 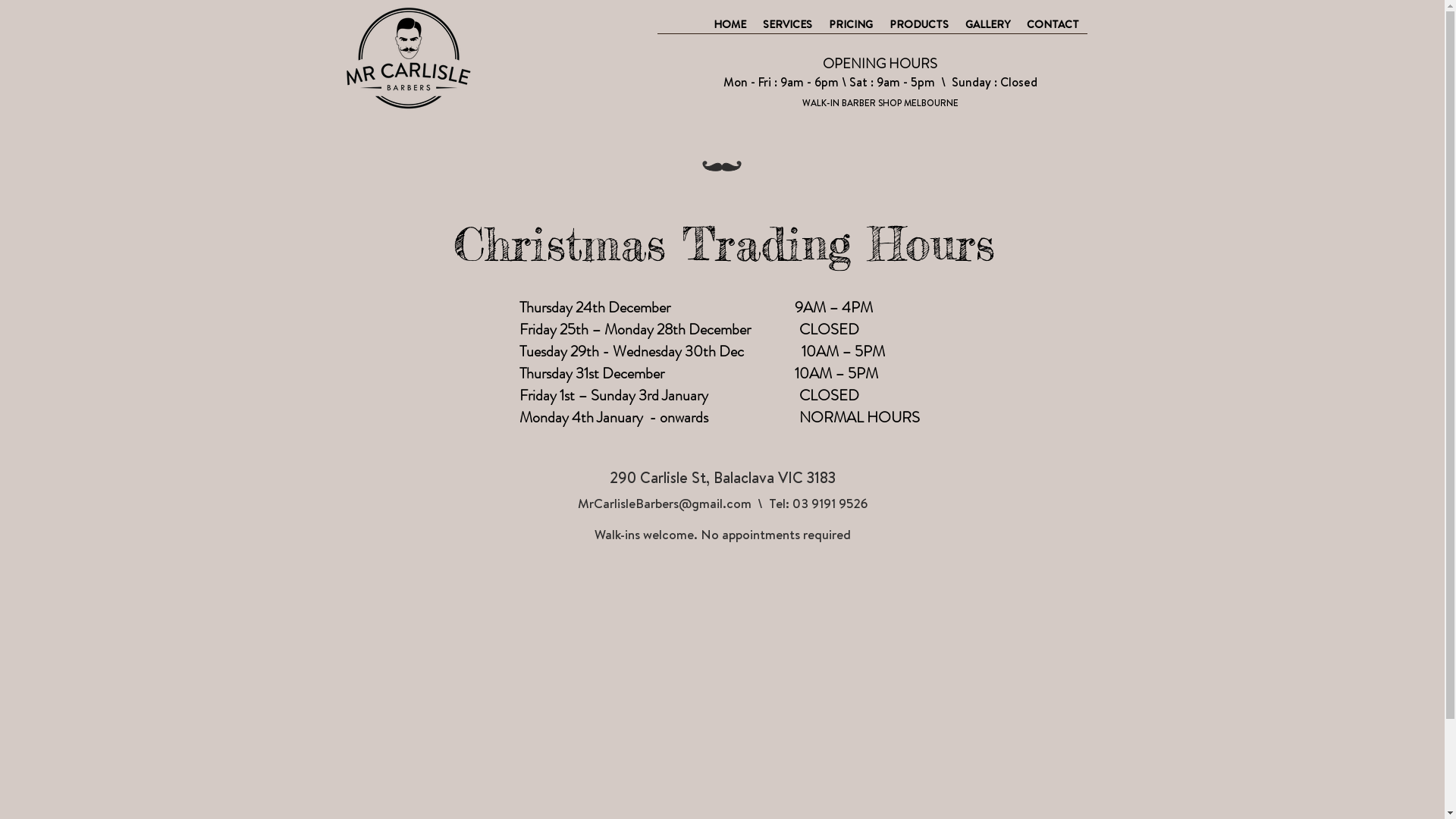 What do you see at coordinates (786, 29) in the screenshot?
I see `'SERVICES'` at bounding box center [786, 29].